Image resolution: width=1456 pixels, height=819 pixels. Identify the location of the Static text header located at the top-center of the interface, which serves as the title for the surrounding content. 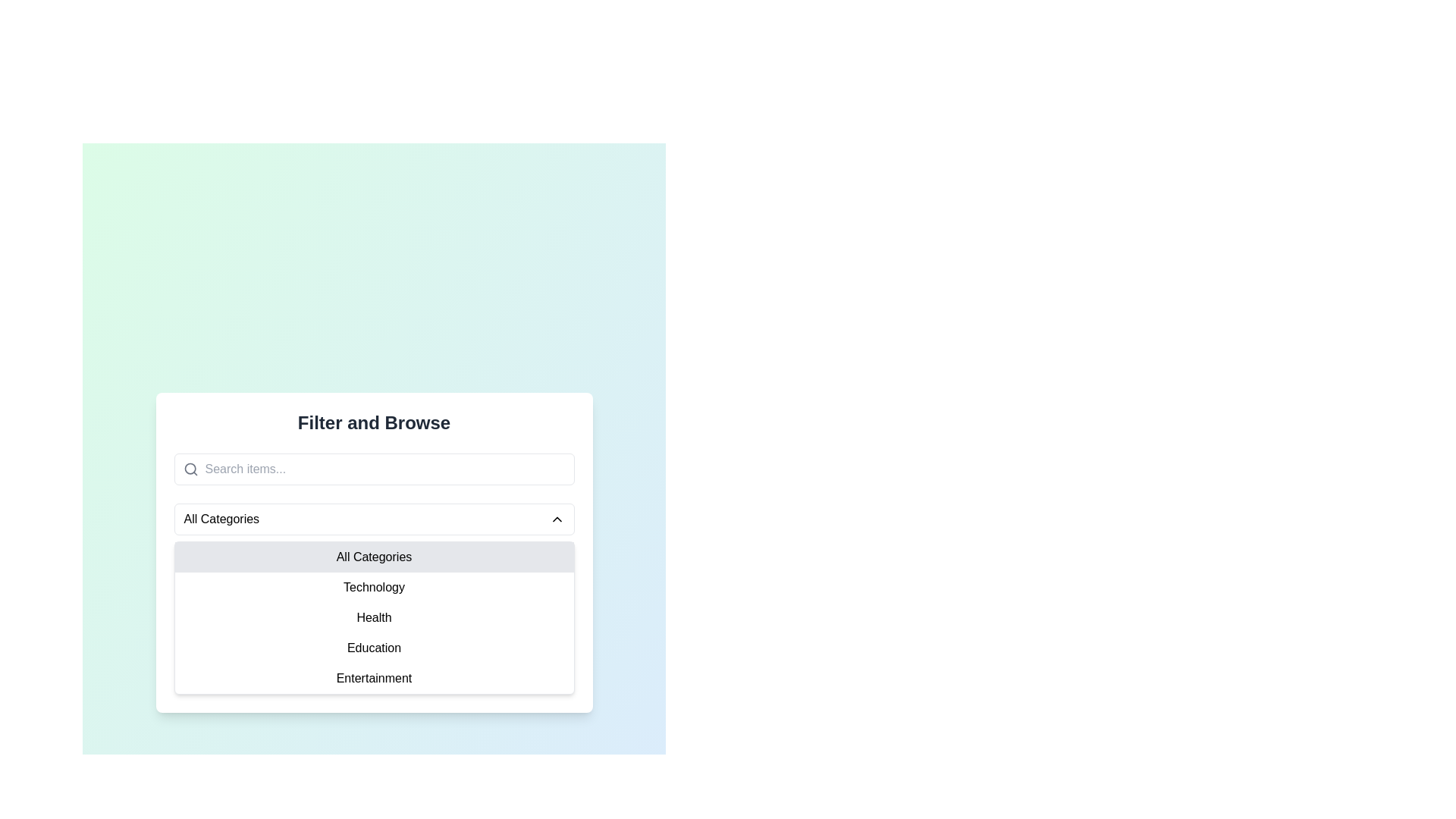
(374, 423).